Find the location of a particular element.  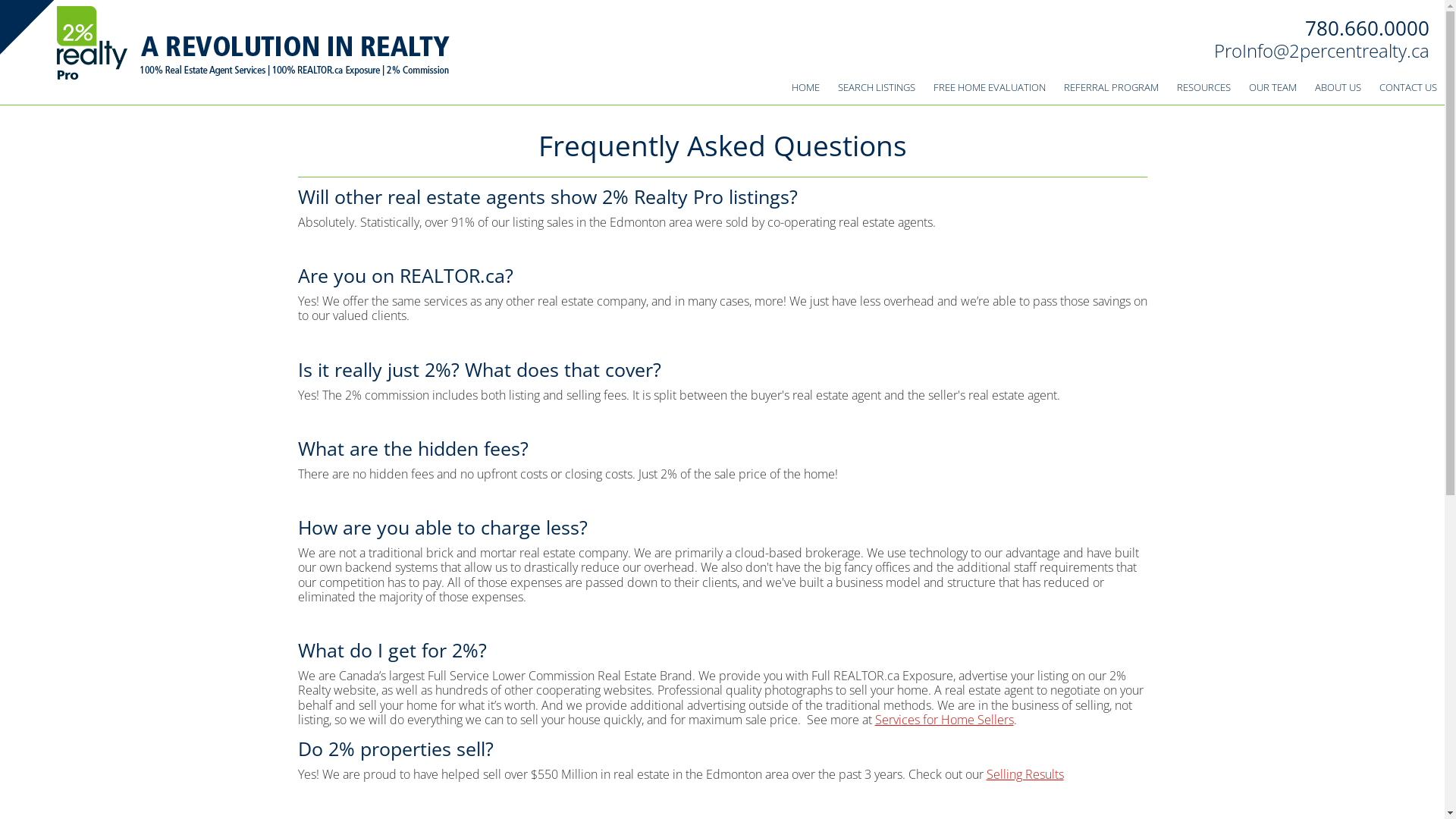

'OUR TEAM' is located at coordinates (1272, 87).